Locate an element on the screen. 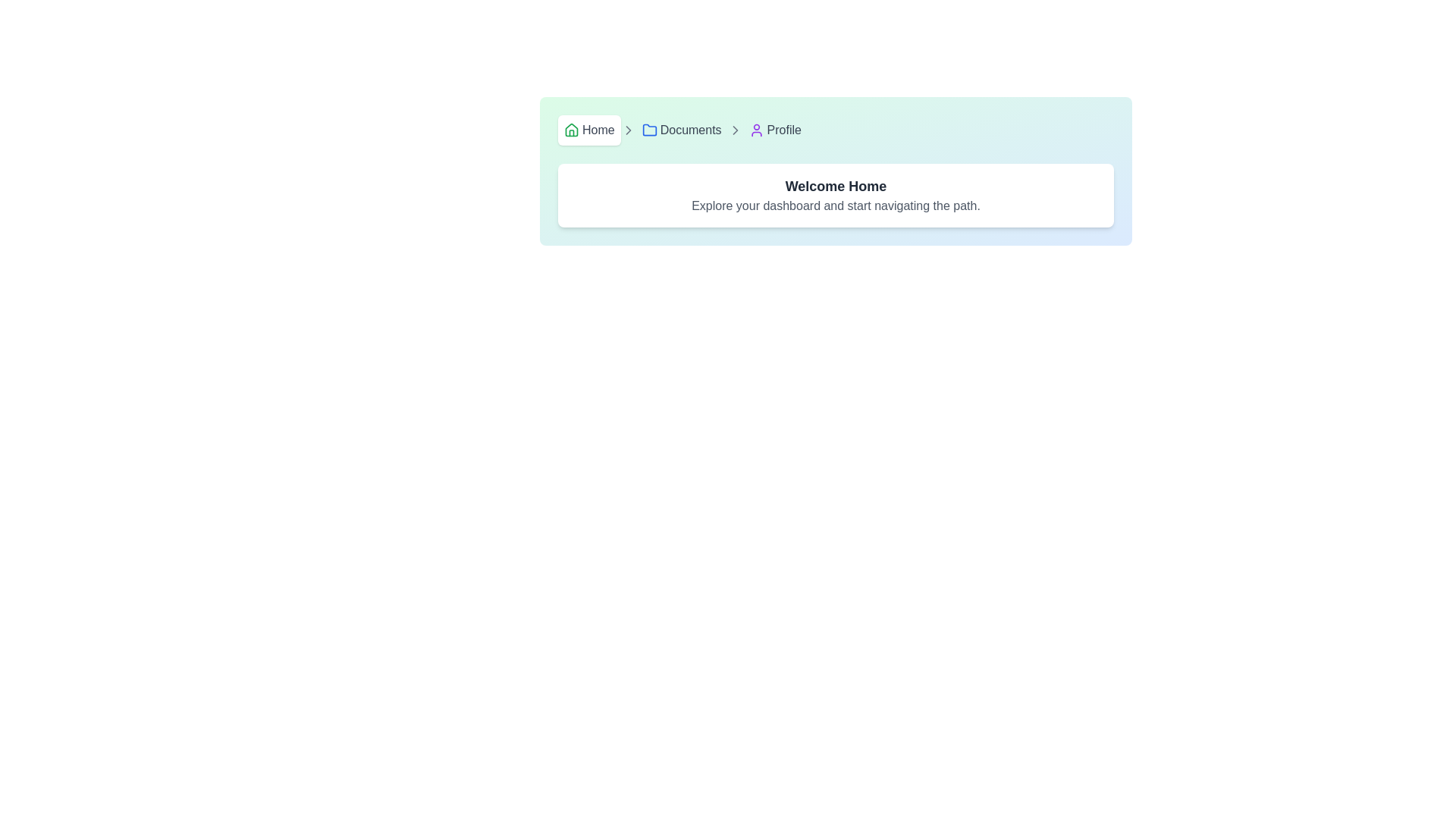  the rightward navigation arrow icon in the breadcrumb navigation section, located between 'Documents' and 'Profile' is located at coordinates (735, 130).